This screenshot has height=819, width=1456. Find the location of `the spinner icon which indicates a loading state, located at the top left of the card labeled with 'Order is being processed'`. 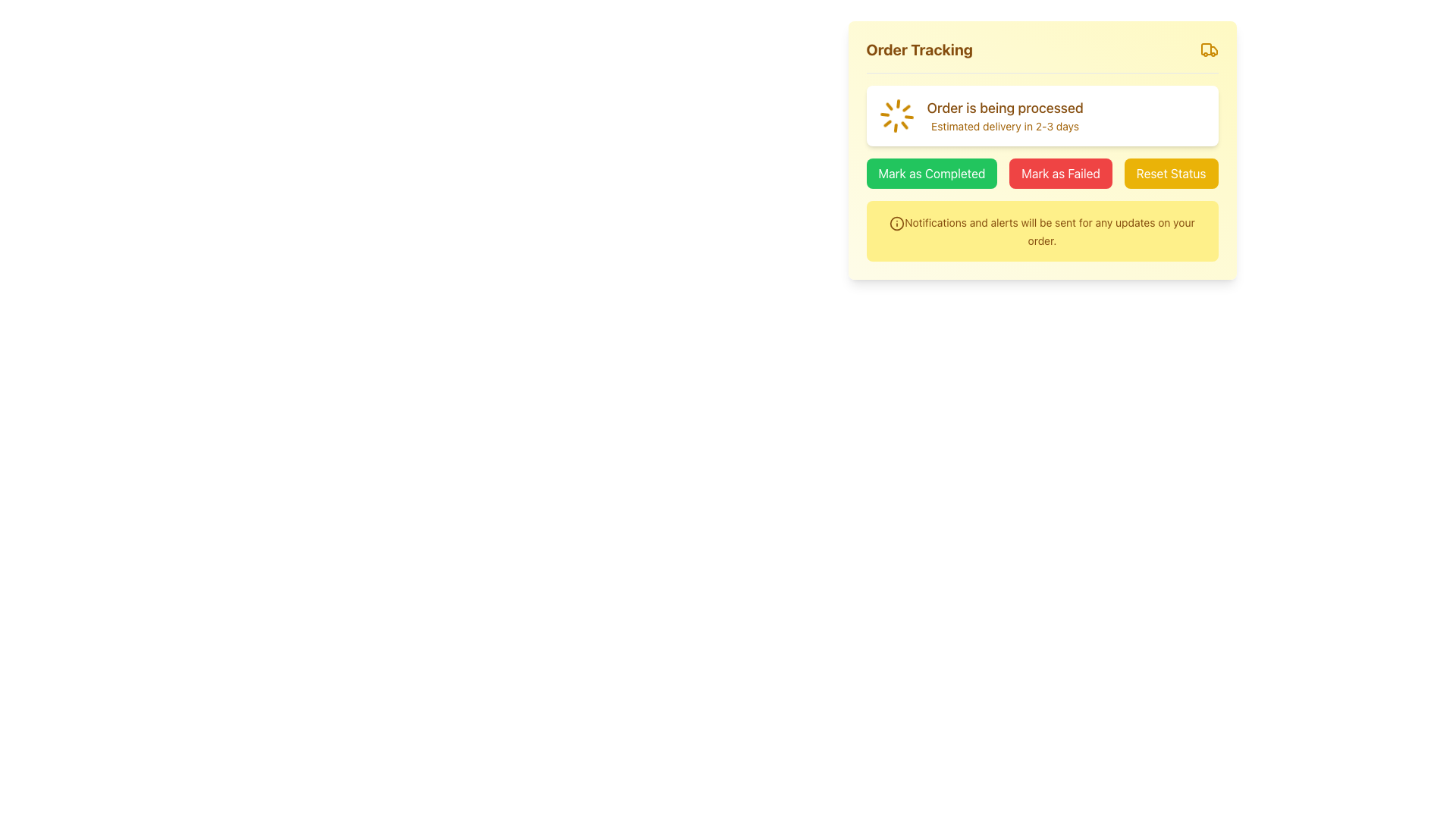

the spinner icon which indicates a loading state, located at the top left of the card labeled with 'Order is being processed' is located at coordinates (896, 115).